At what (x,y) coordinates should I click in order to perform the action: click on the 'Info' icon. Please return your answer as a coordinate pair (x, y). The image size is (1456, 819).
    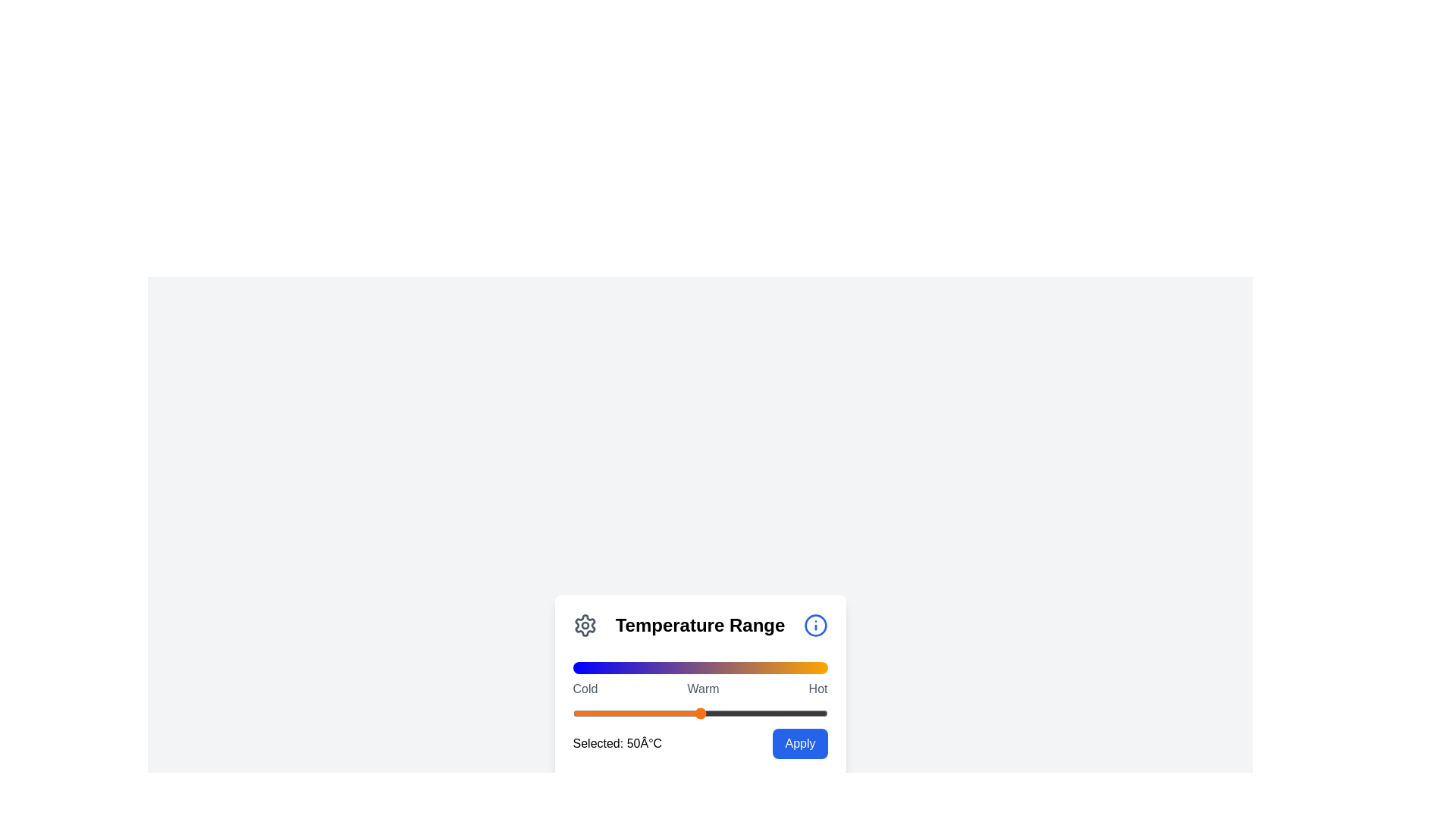
    Looking at the image, I should click on (814, 626).